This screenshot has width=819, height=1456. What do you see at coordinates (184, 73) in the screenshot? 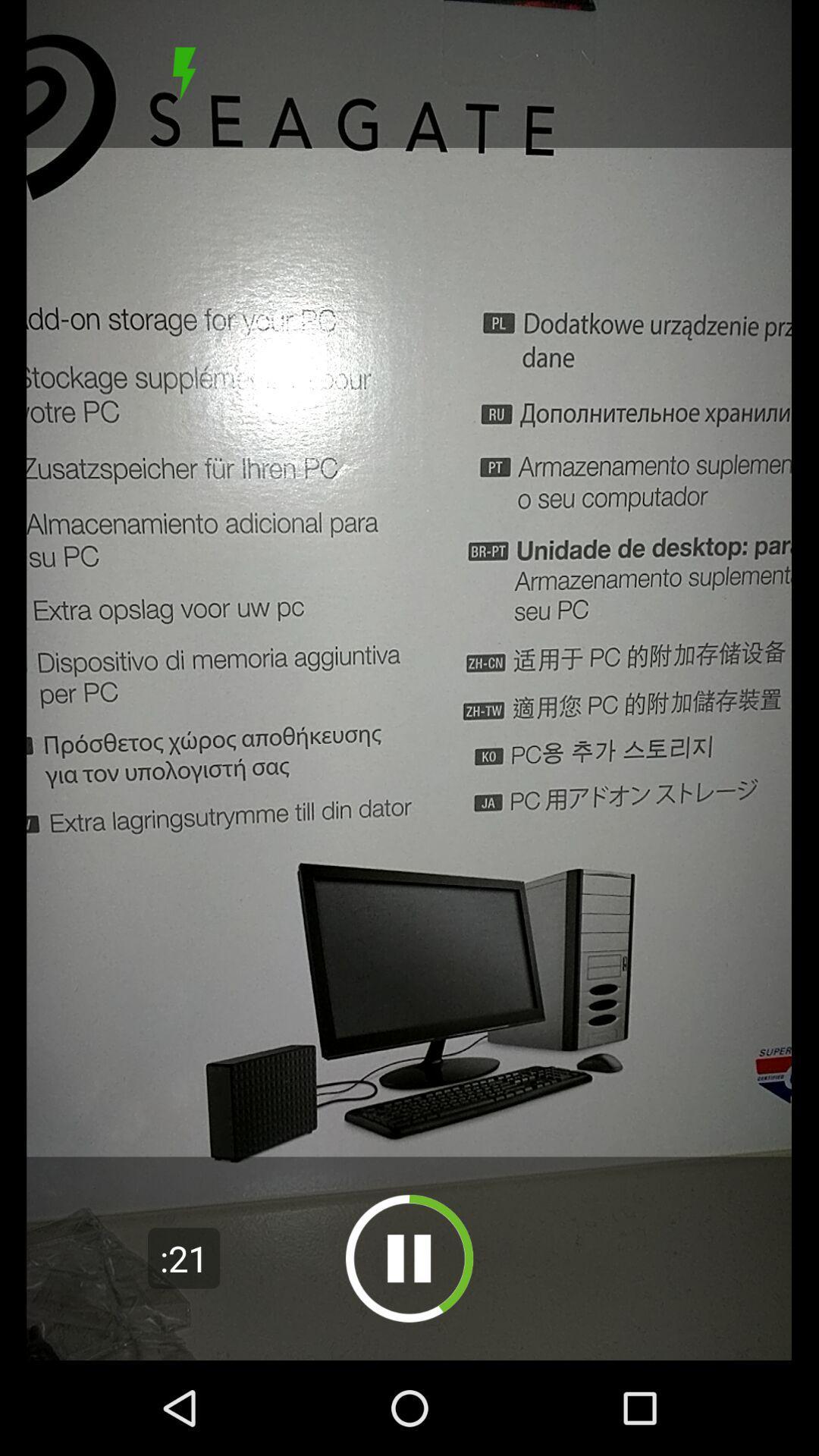
I see `camera flash` at bounding box center [184, 73].